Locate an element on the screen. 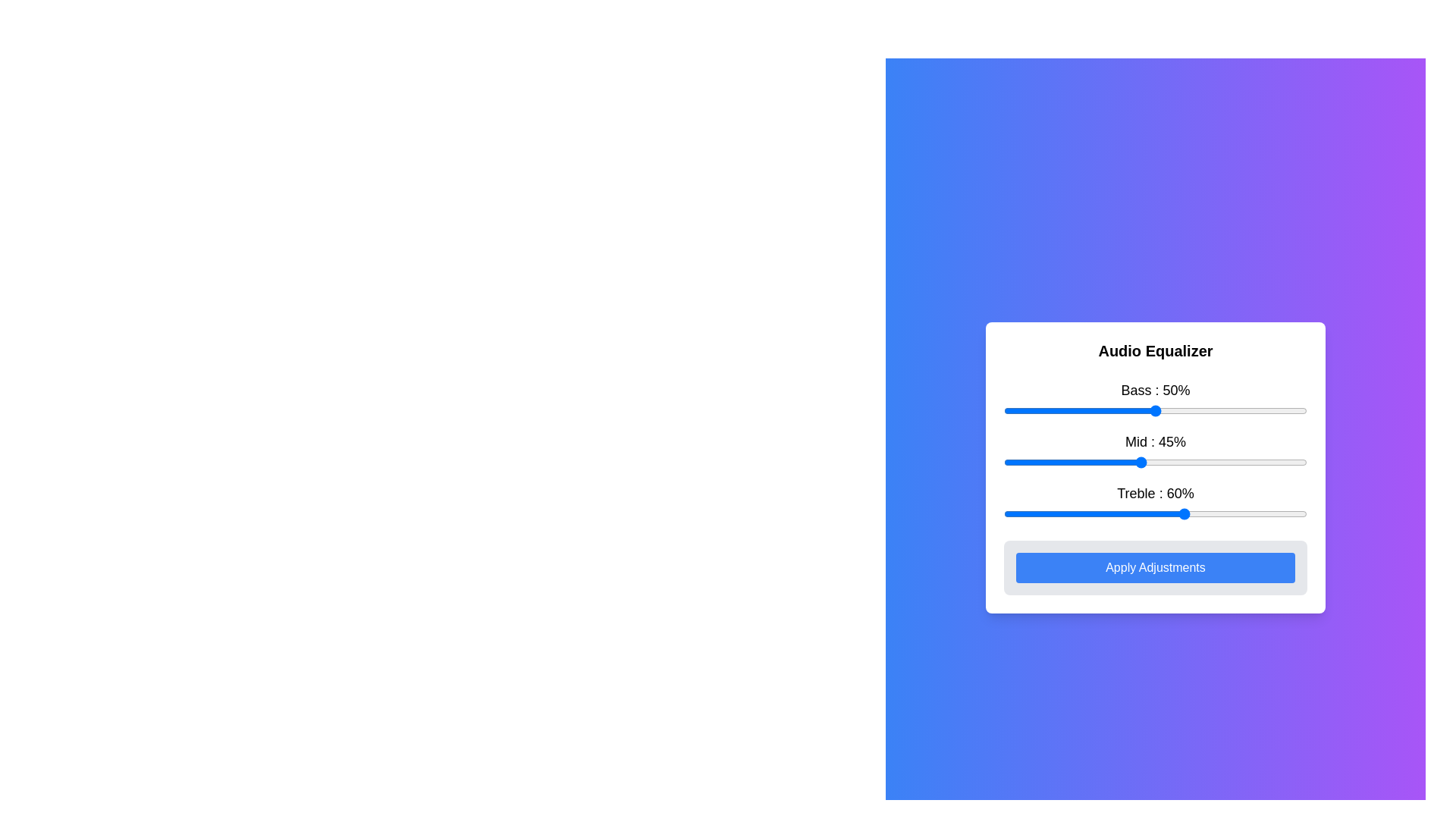  the 'Apply Adjustments' button is located at coordinates (1154, 567).